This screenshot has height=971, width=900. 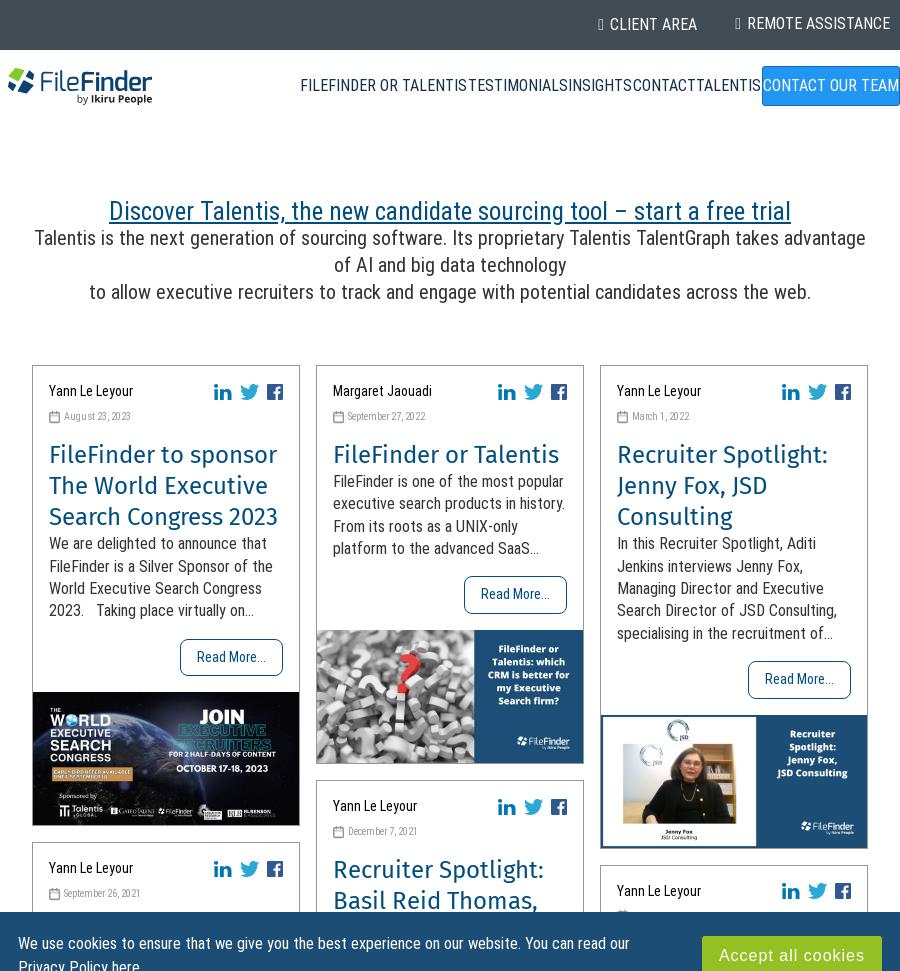 What do you see at coordinates (658, 915) in the screenshot?
I see `'July 30, 2021'` at bounding box center [658, 915].